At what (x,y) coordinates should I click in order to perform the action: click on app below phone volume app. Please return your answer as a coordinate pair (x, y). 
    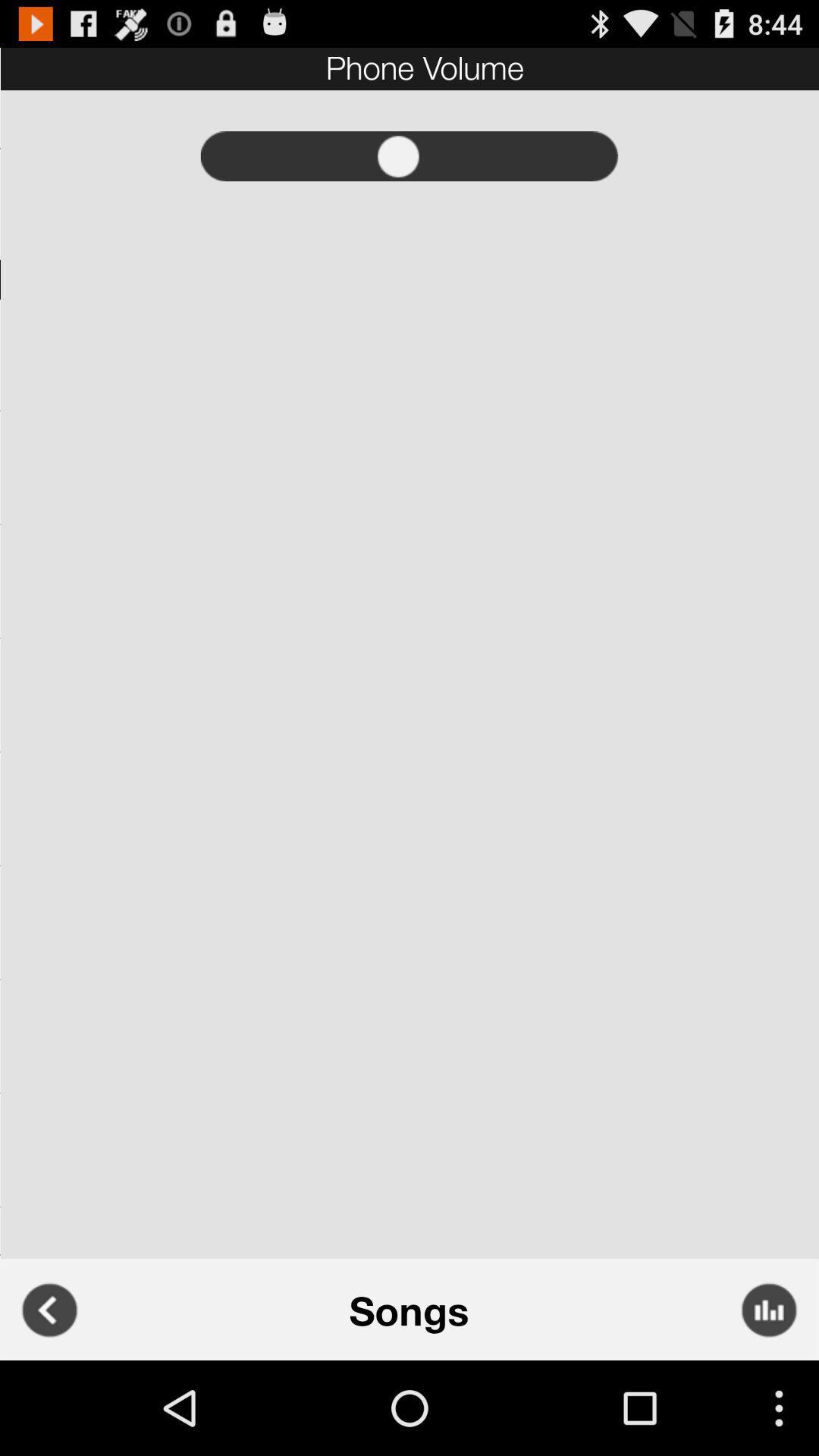
    Looking at the image, I should click on (409, 156).